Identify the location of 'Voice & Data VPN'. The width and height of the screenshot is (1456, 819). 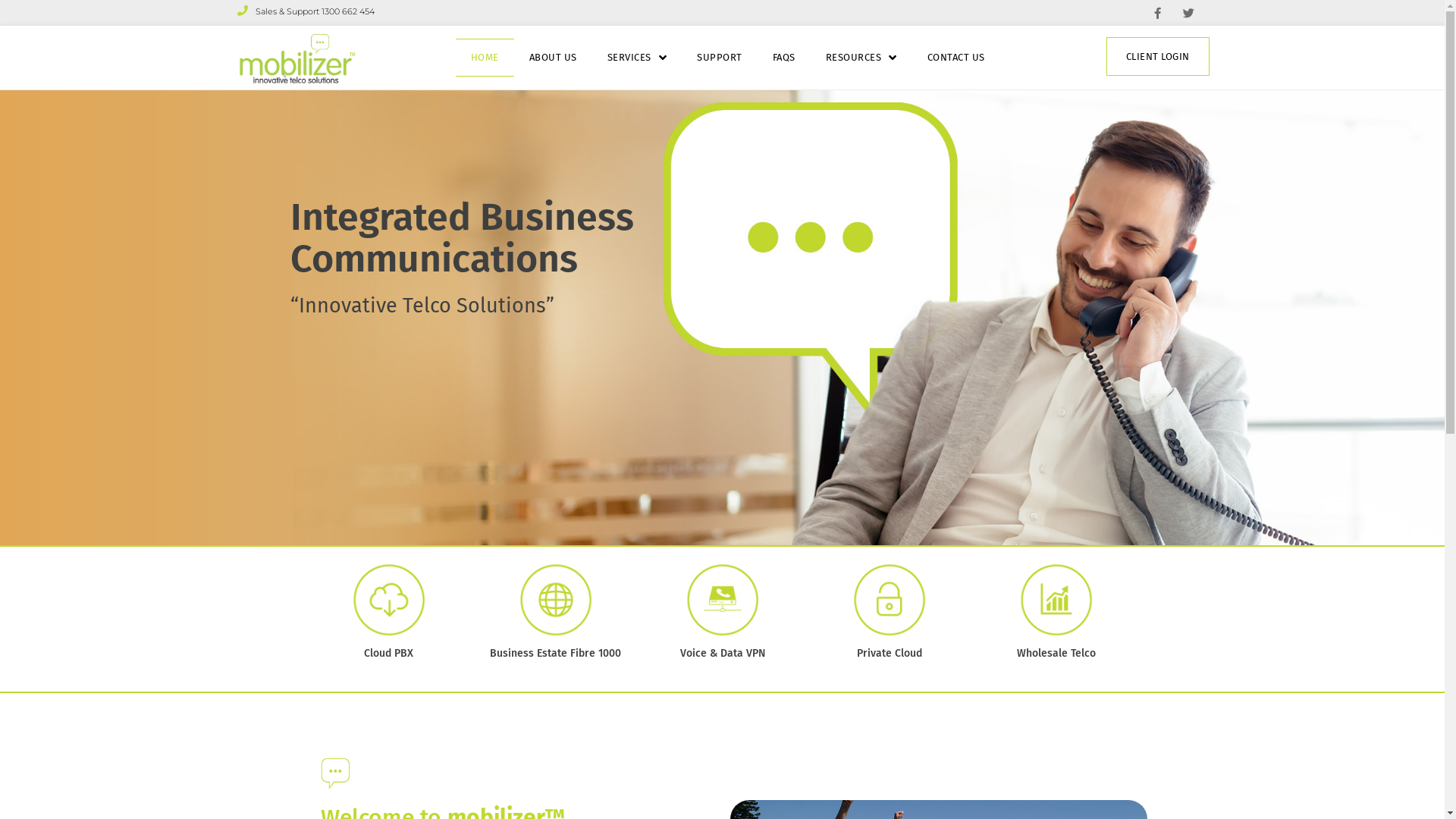
(720, 652).